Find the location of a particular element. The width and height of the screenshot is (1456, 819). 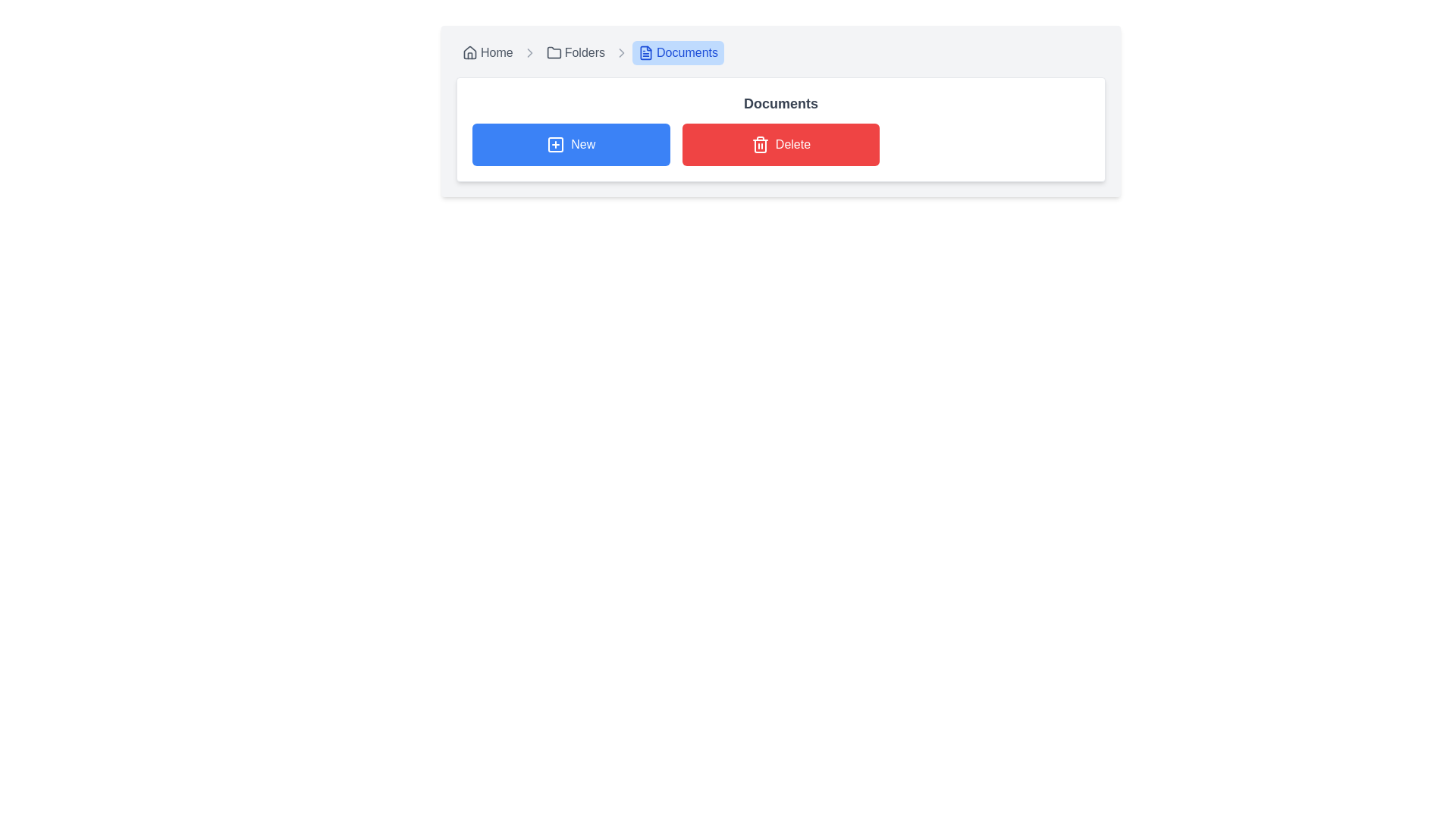

the rectangular blue icon depicting a document-like outline with lines resembling text, located in the header next to the 'Documents' navigation item is located at coordinates (646, 52).